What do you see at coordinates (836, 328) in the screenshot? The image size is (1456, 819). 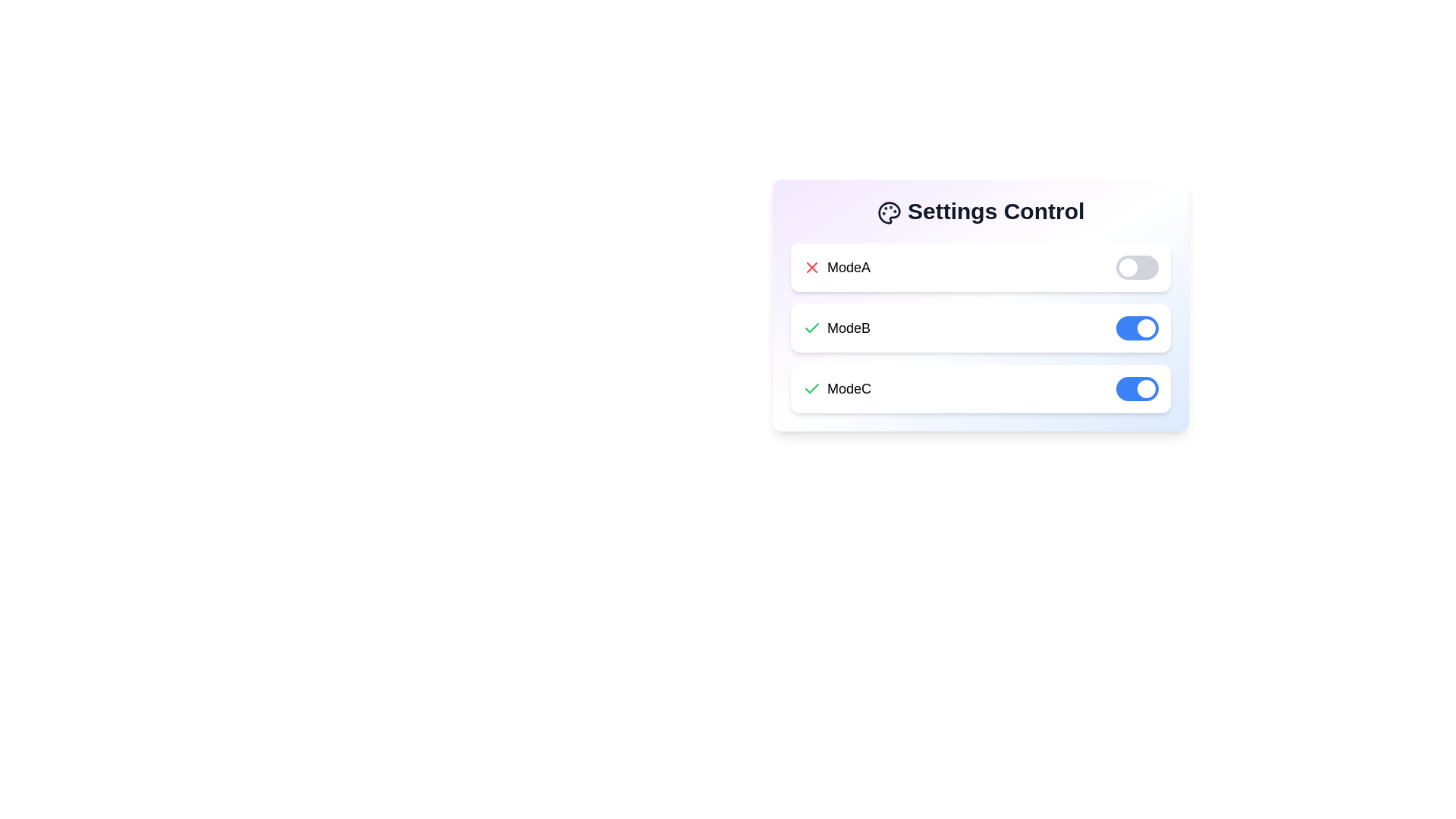 I see `displayed text of the 'ModeB' label, which is the second item in a list of options indicating the name of this specific setting` at bounding box center [836, 328].